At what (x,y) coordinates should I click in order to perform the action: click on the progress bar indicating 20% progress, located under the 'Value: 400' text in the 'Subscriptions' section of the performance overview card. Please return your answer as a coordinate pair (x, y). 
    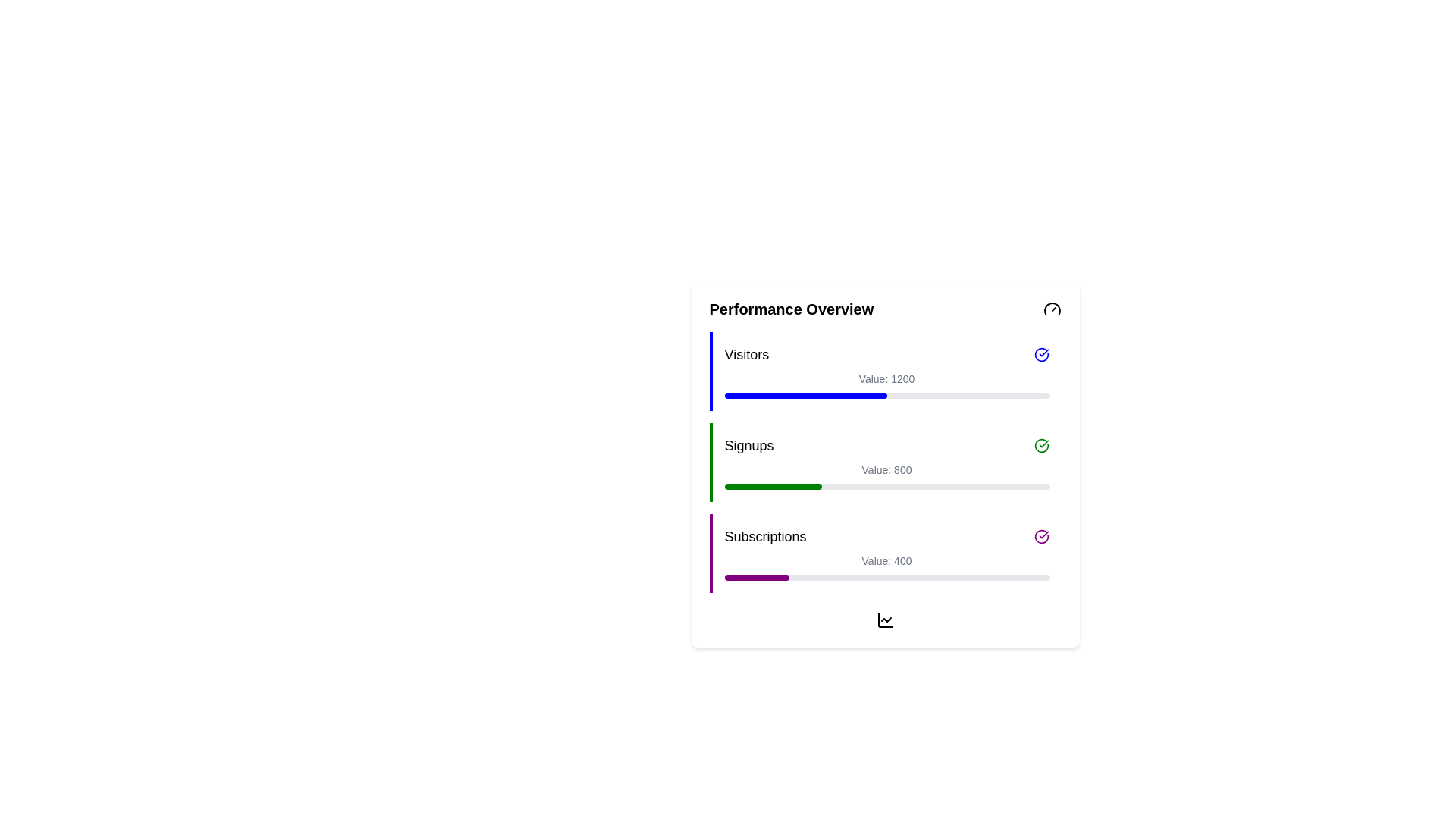
    Looking at the image, I should click on (886, 578).